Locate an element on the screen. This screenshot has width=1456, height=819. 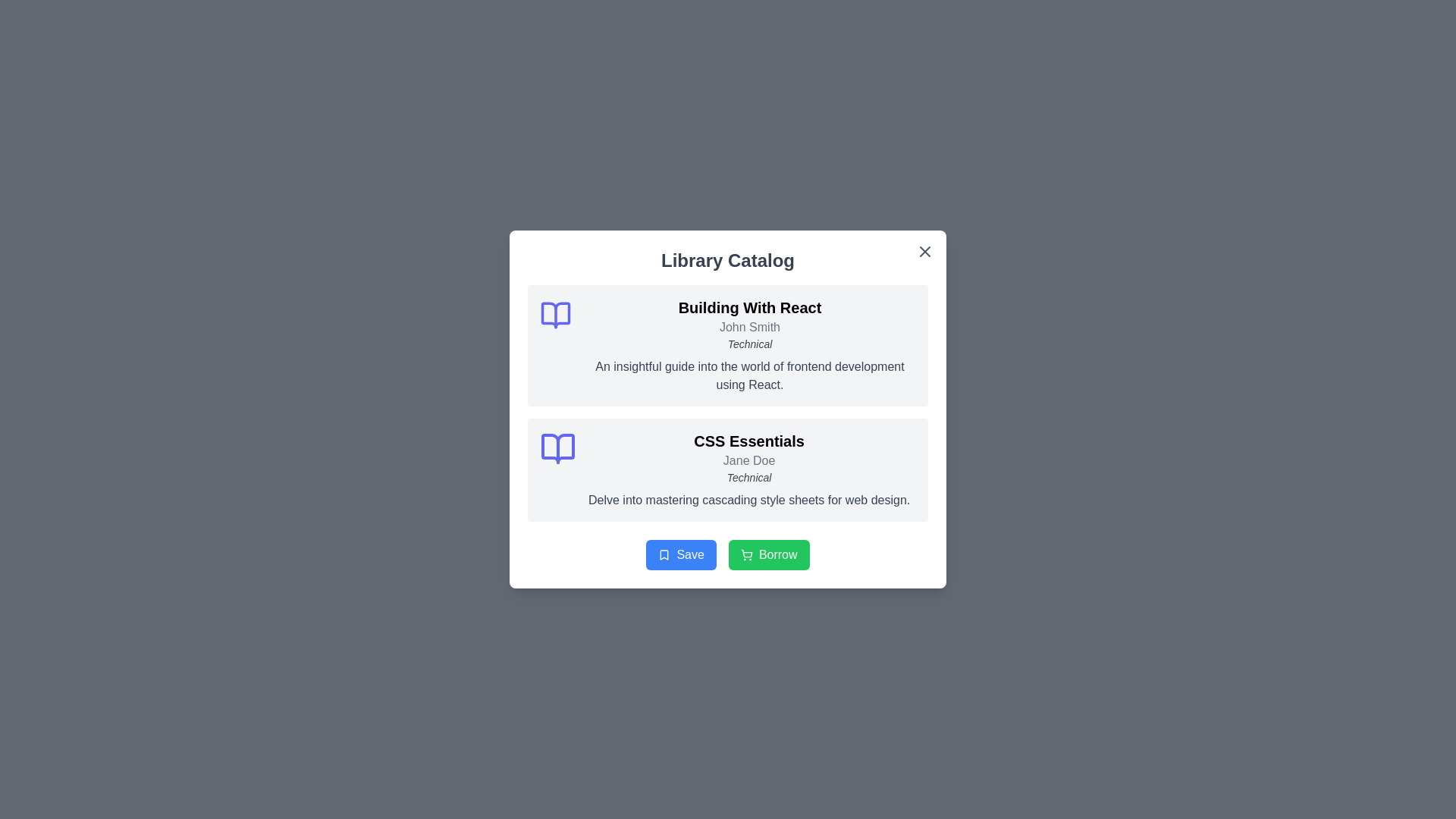
information provided in the 'CSS Essentials' informative card, which includes the title, author, category, and description is located at coordinates (728, 469).